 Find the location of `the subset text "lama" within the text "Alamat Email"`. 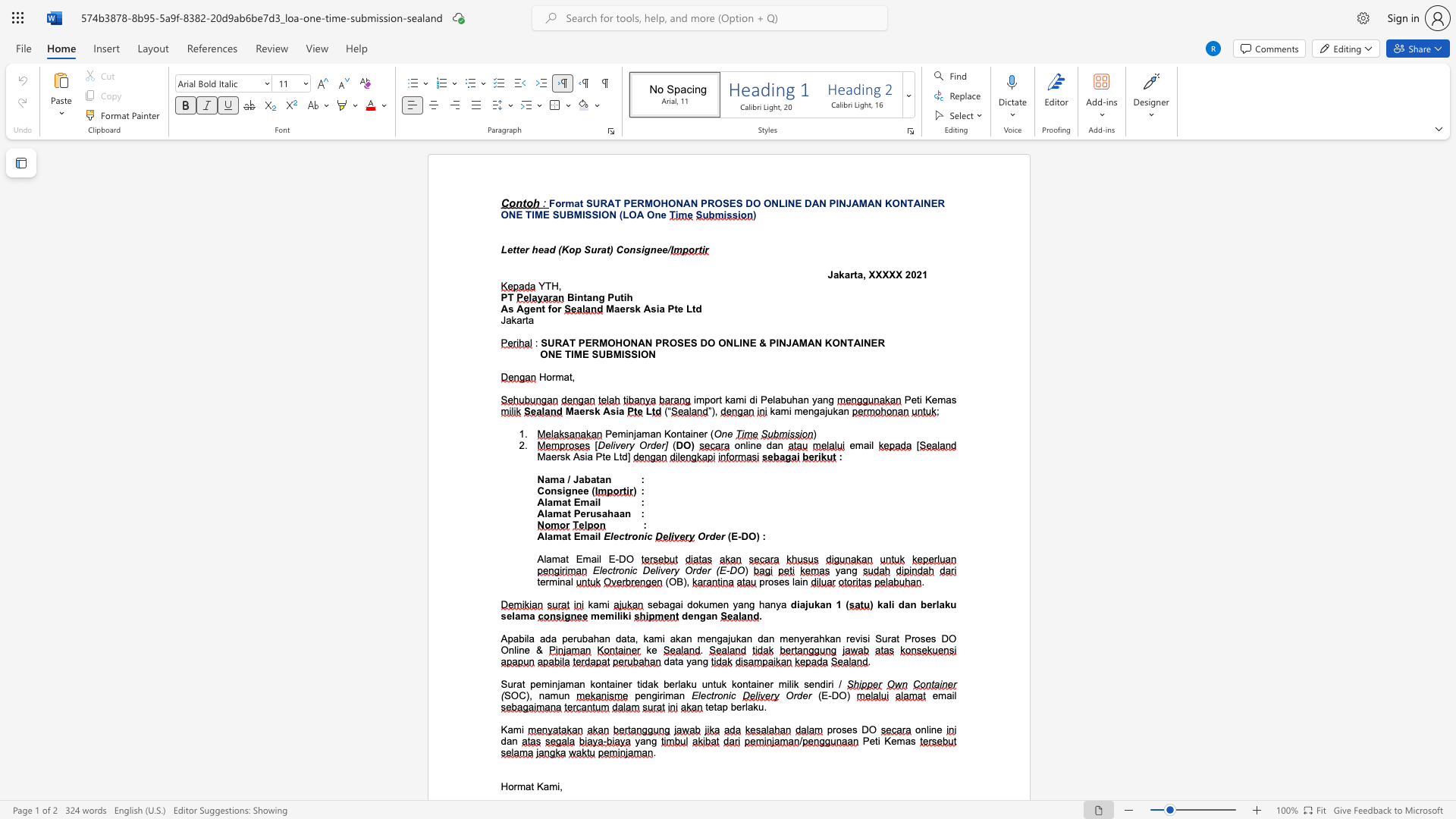

the subset text "lama" within the text "Alamat Email" is located at coordinates (544, 535).